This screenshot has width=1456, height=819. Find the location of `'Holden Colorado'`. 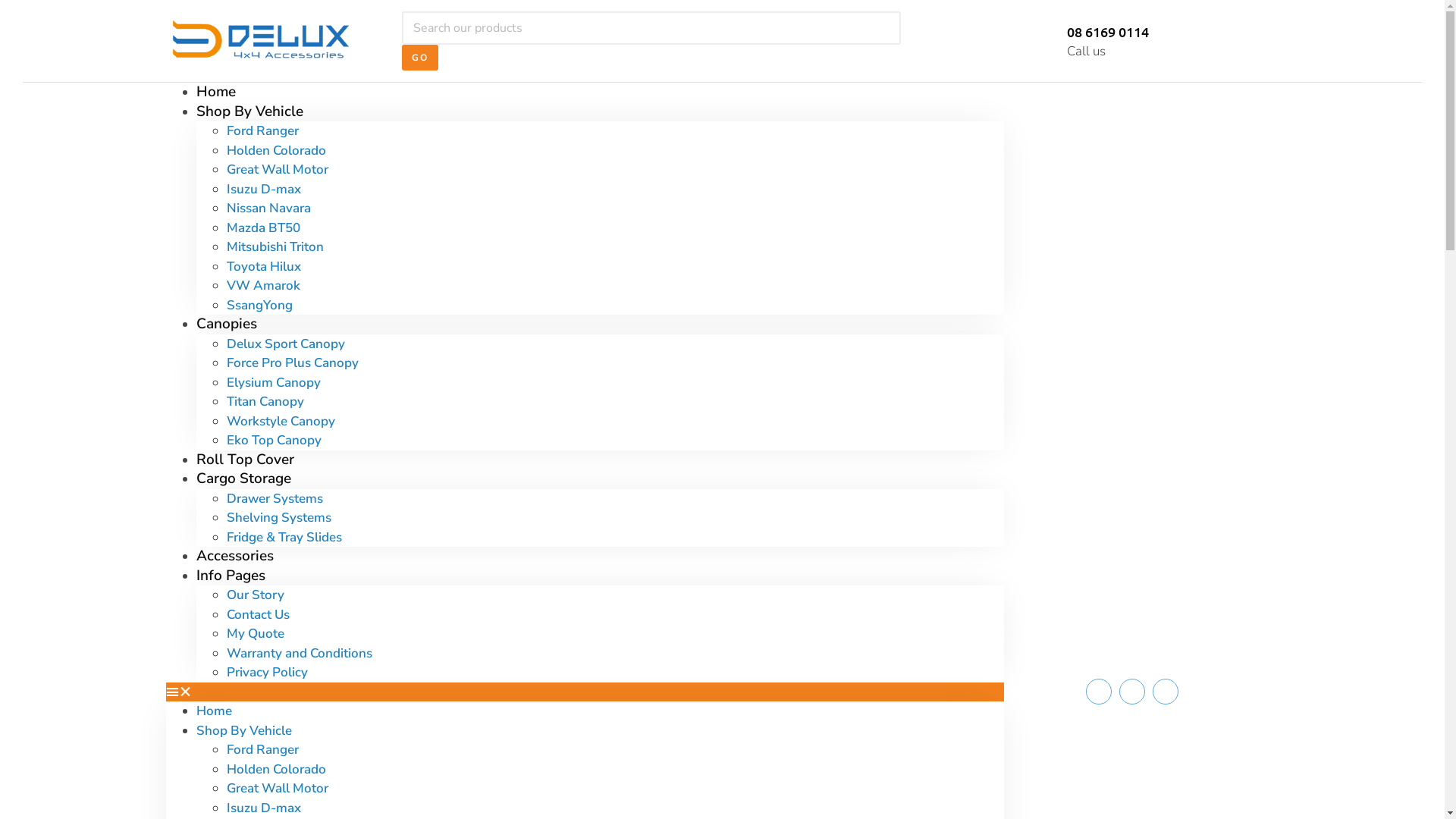

'Holden Colorado' is located at coordinates (224, 768).